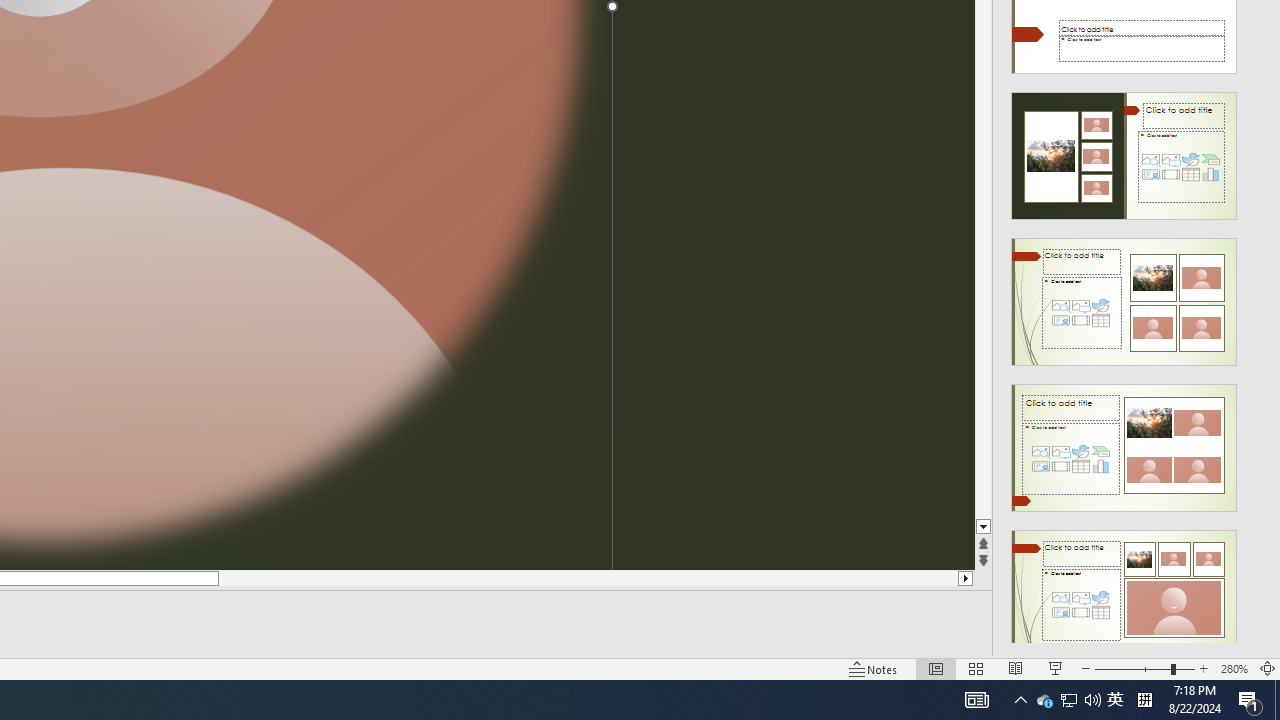 The width and height of the screenshot is (1280, 720). I want to click on 'Notes ', so click(874, 669).